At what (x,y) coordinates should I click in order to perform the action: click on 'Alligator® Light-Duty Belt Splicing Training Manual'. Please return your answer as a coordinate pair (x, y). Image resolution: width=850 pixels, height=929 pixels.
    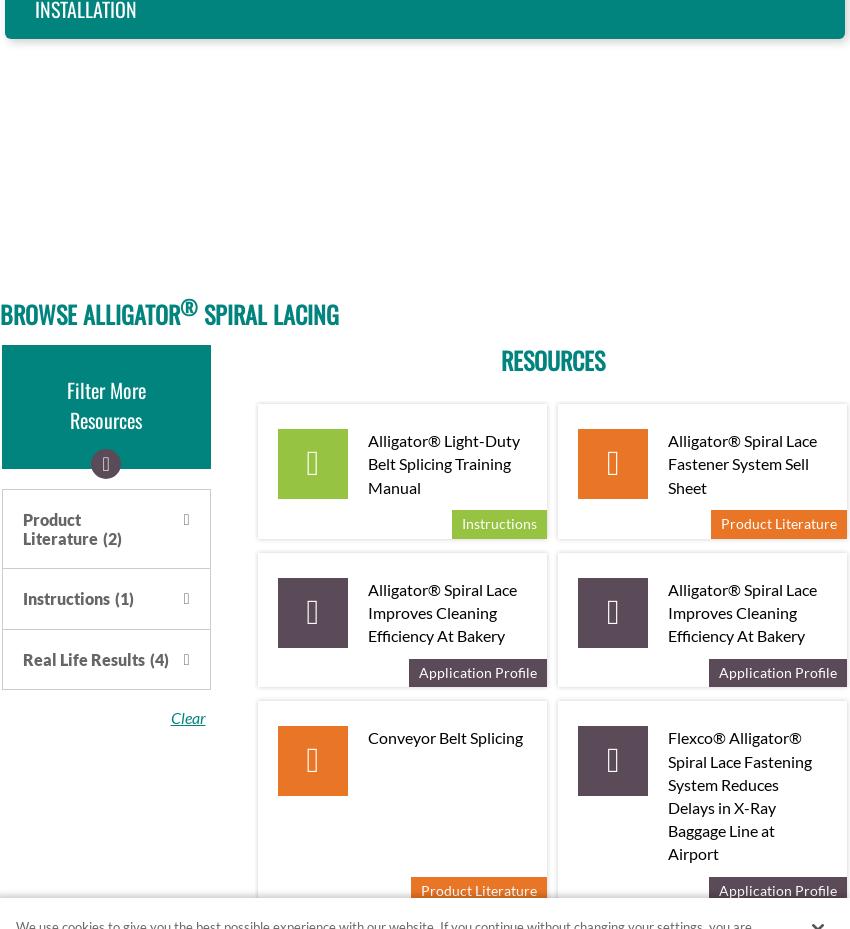
    Looking at the image, I should click on (443, 462).